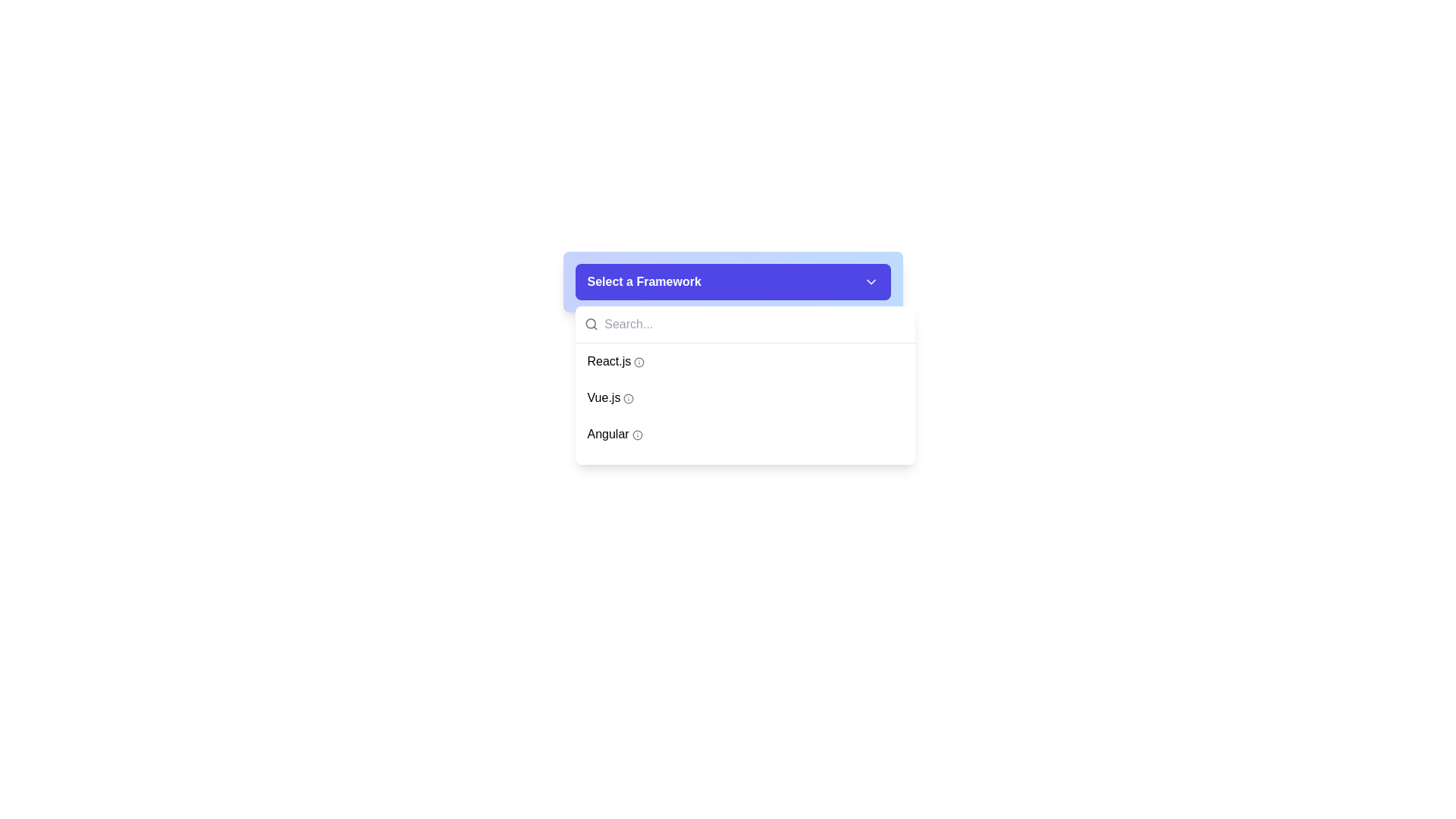 The height and width of the screenshot is (819, 1456). Describe the element at coordinates (590, 324) in the screenshot. I see `the search icon located to the left of the 'Search...' input field in the dropdown interface` at that location.